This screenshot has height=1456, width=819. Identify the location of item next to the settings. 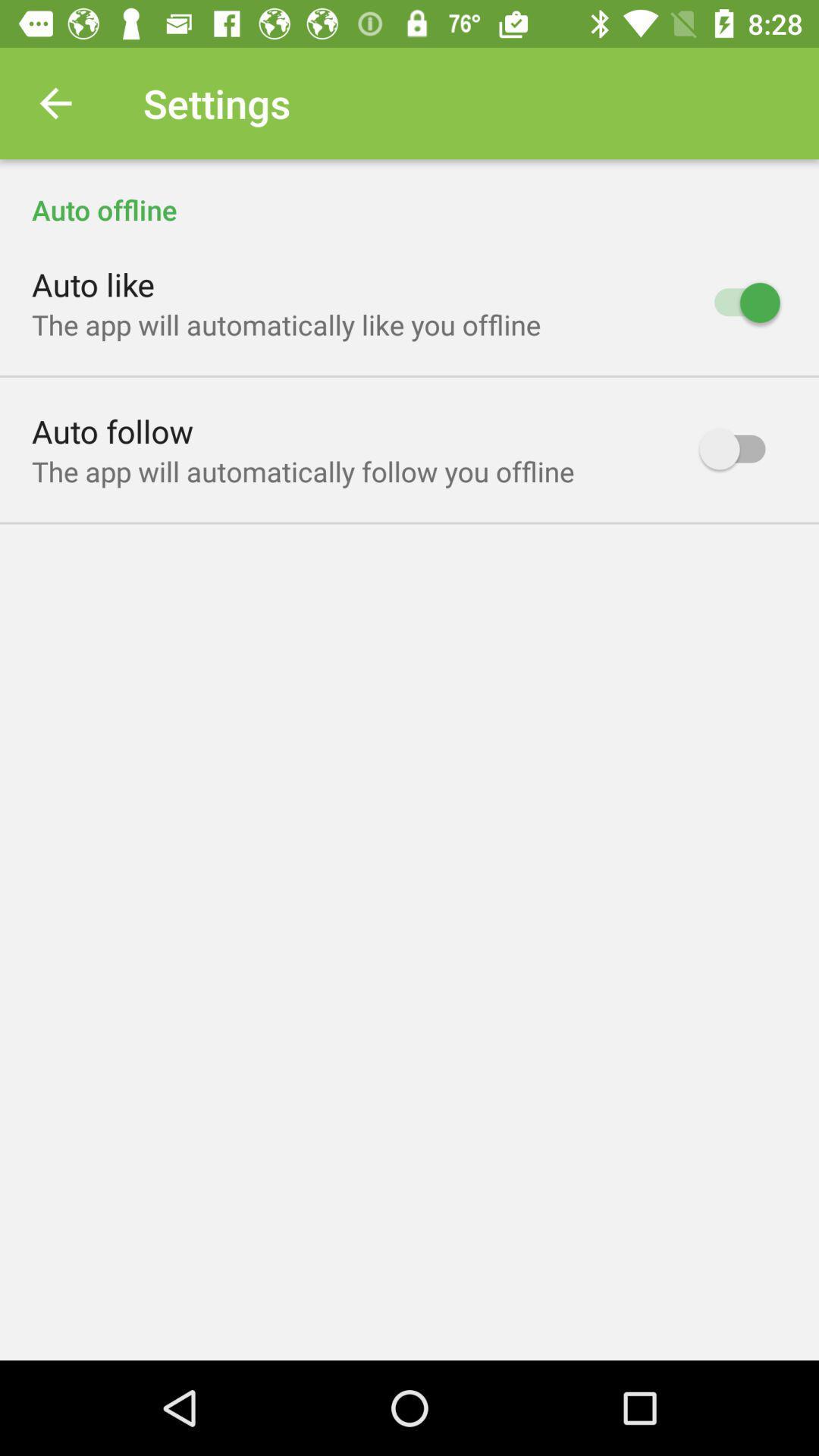
(55, 102).